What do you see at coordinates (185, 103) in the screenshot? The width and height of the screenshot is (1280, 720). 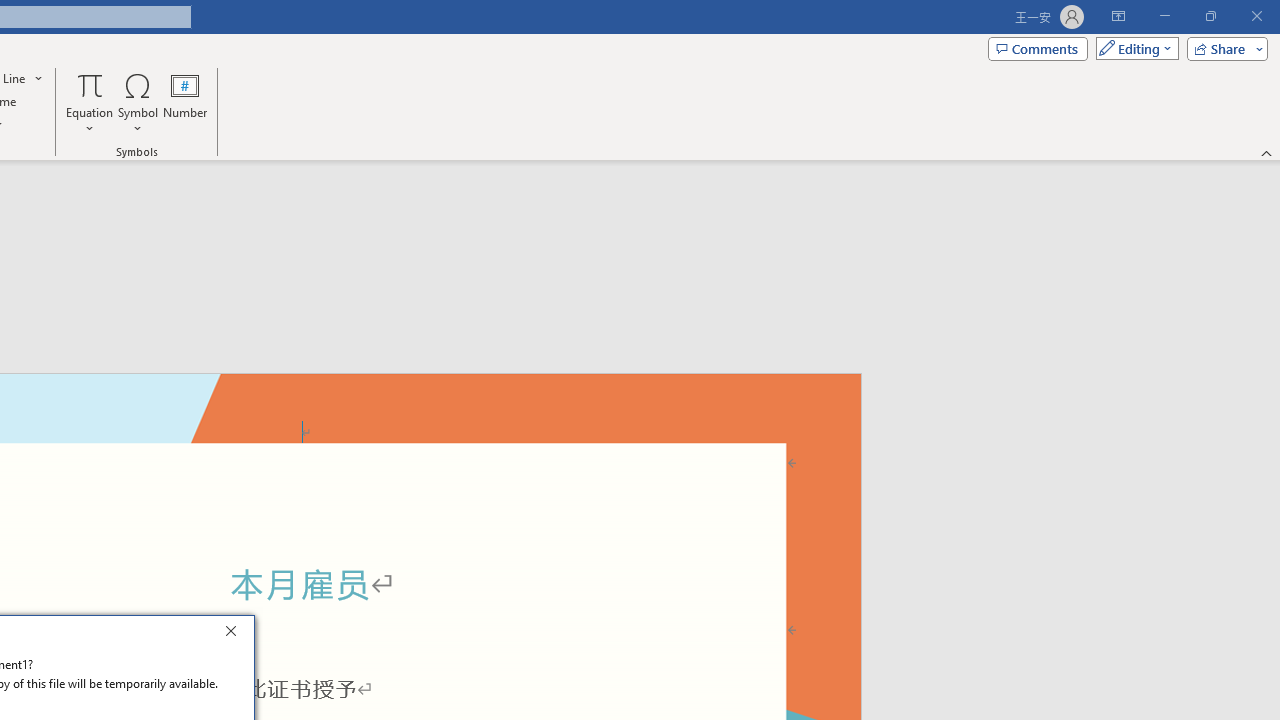 I see `'Number...'` at bounding box center [185, 103].